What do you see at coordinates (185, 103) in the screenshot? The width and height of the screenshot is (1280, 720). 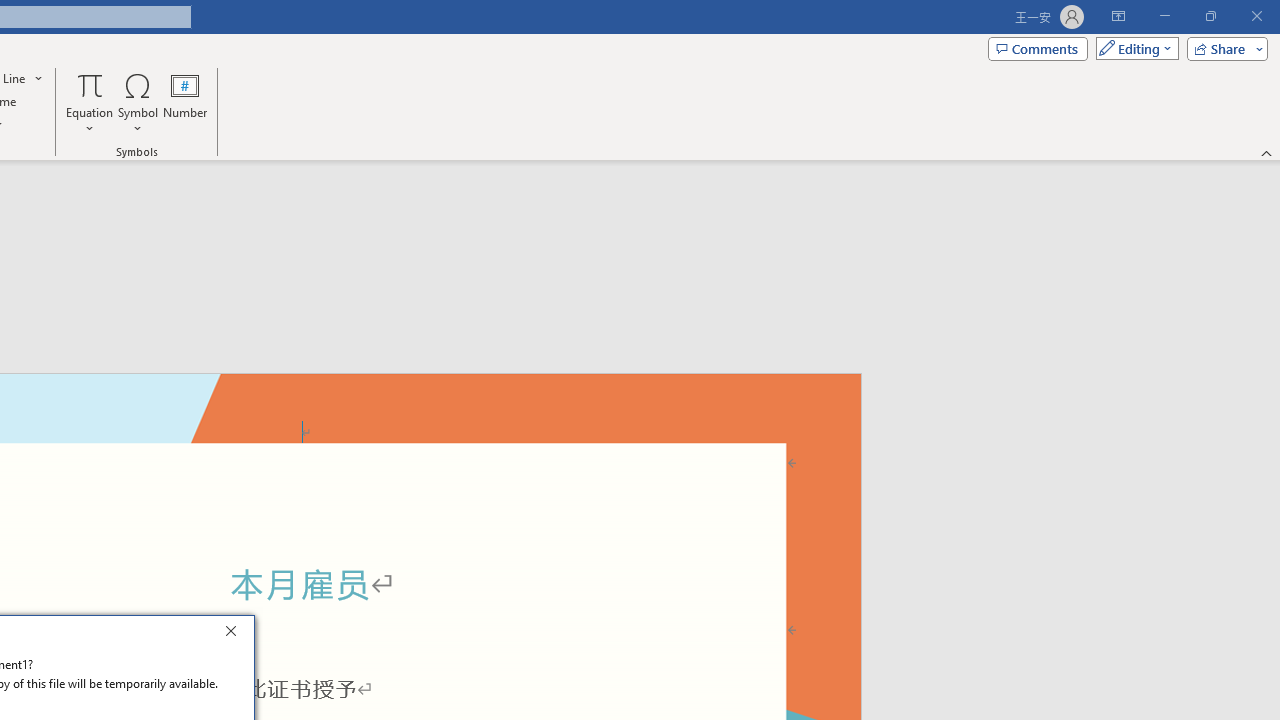 I see `'Number...'` at bounding box center [185, 103].